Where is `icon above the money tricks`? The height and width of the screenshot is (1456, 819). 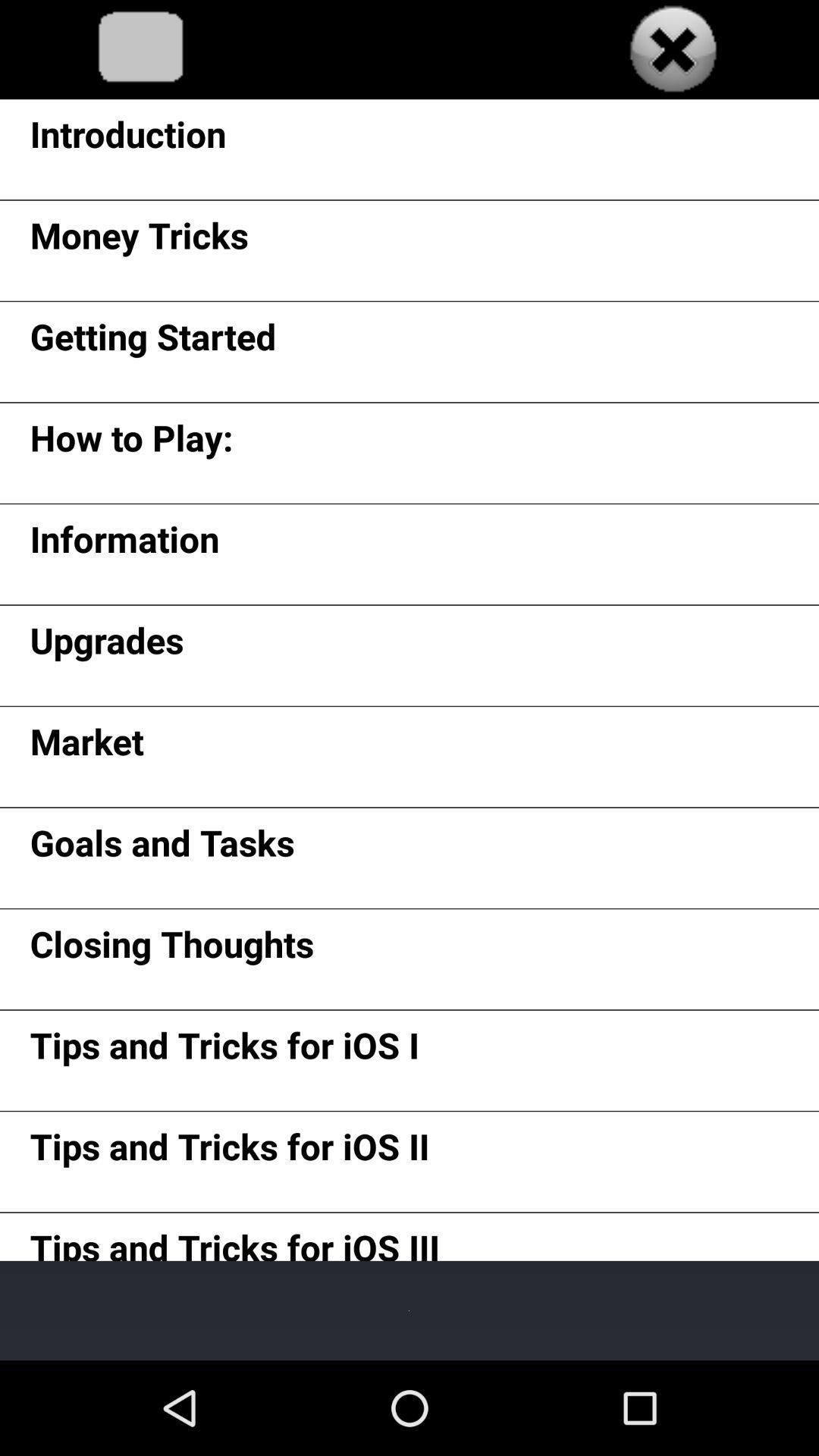
icon above the money tricks is located at coordinates (127, 140).